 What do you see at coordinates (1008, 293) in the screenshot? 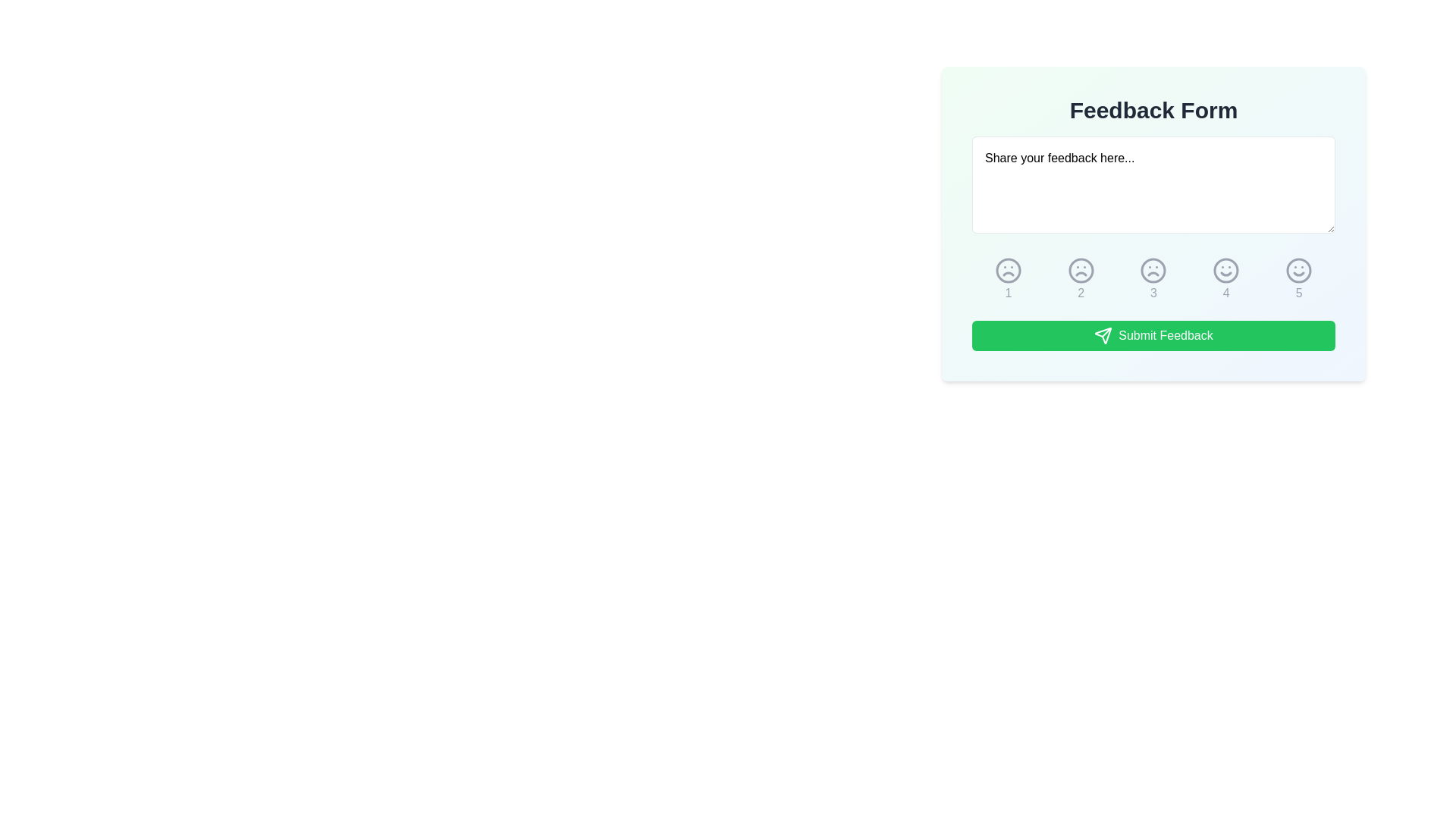
I see `the static text label indicating the lowest rating for the frowning feedback button, located beneath the leftmost frowning icon` at bounding box center [1008, 293].